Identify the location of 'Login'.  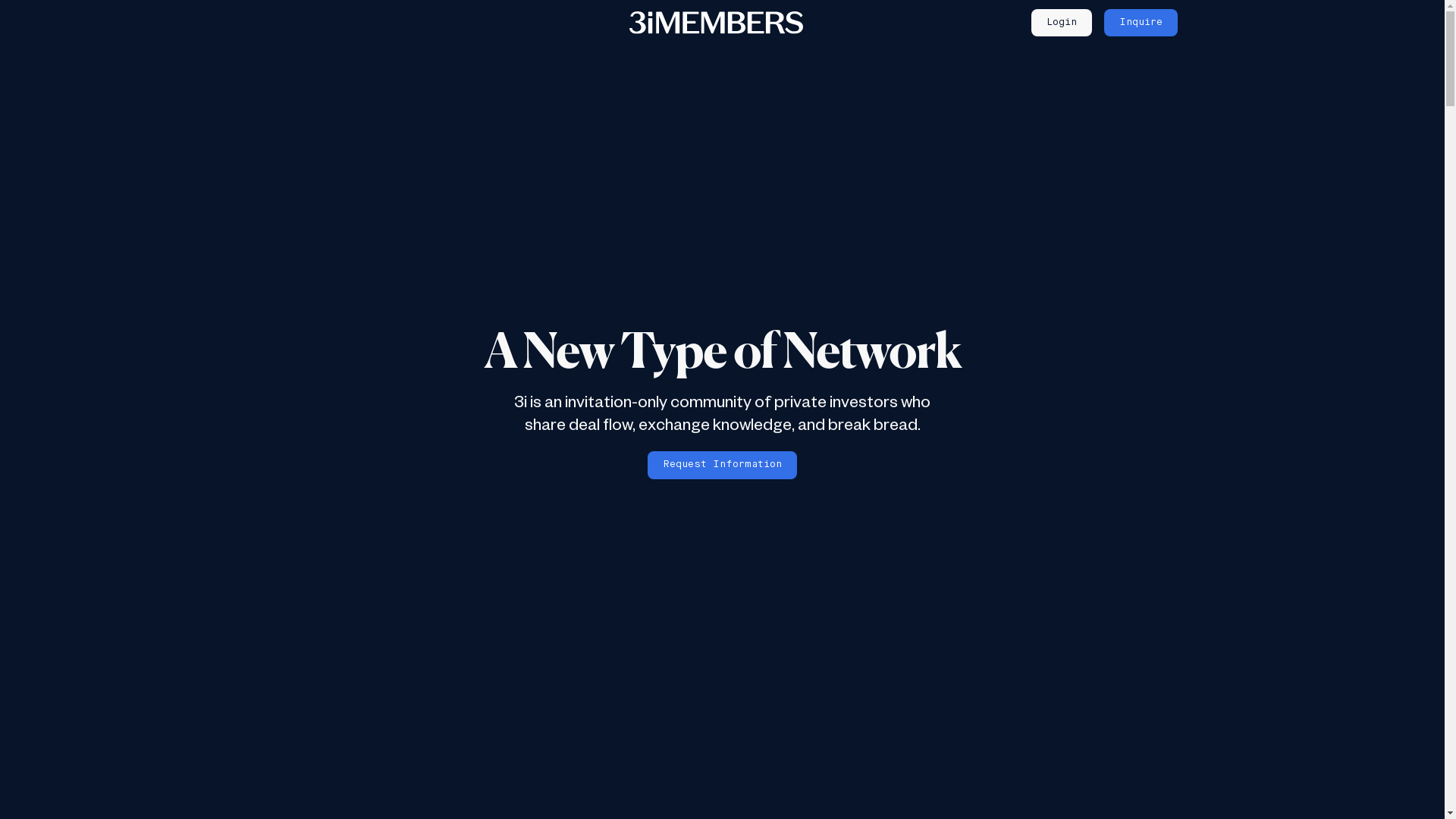
(1061, 23).